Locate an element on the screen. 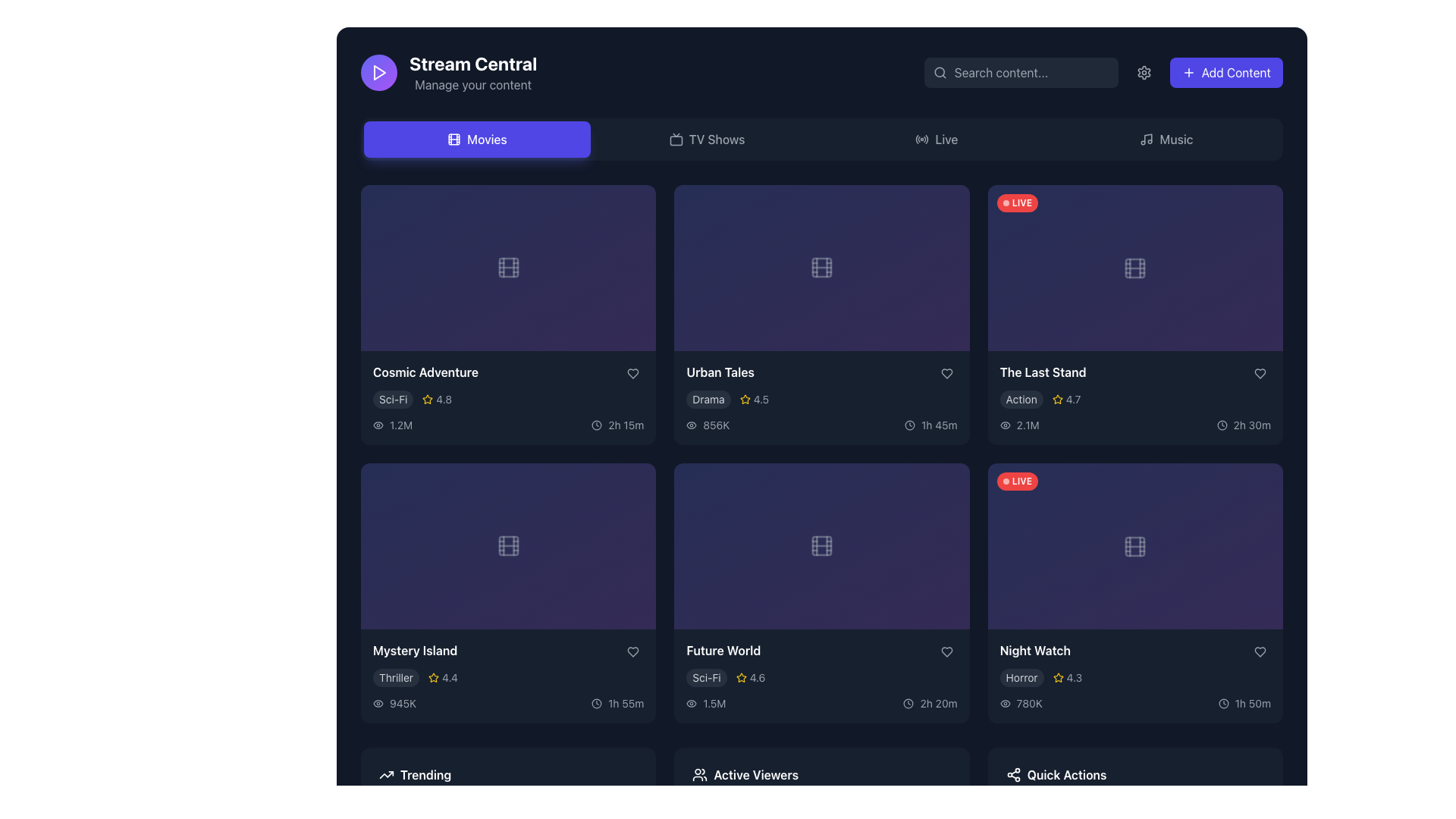  the small circular gray button with a hollow heart shape to trigger a visual effect is located at coordinates (946, 651).